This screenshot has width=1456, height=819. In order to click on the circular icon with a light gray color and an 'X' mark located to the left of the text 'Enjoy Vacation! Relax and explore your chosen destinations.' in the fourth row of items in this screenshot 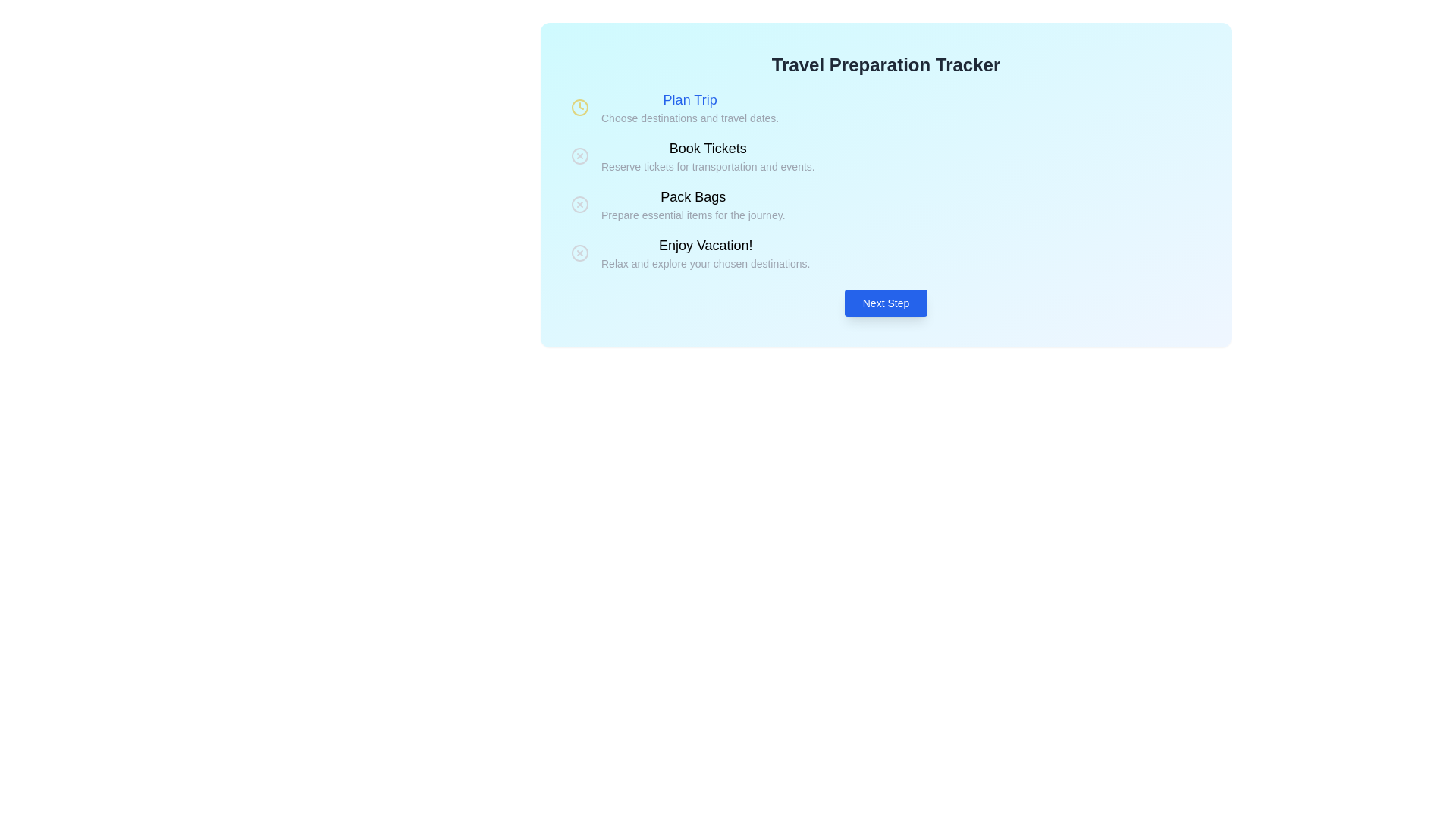, I will do `click(579, 253)`.